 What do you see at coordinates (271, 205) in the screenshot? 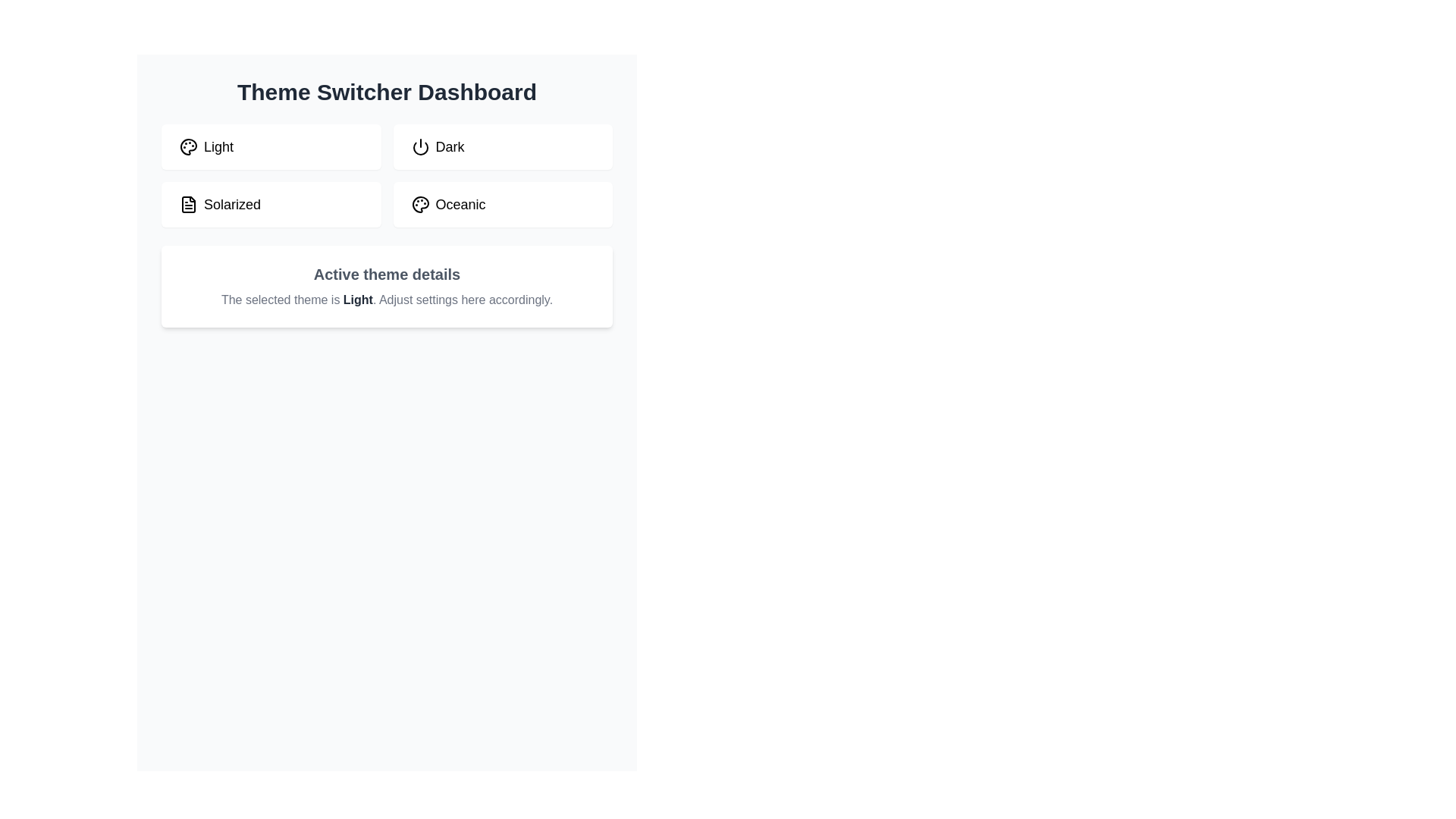
I see `the 'Solarized' theme button located in the 'Theme Switcher Dashboard' section to trigger potential hover effects` at bounding box center [271, 205].